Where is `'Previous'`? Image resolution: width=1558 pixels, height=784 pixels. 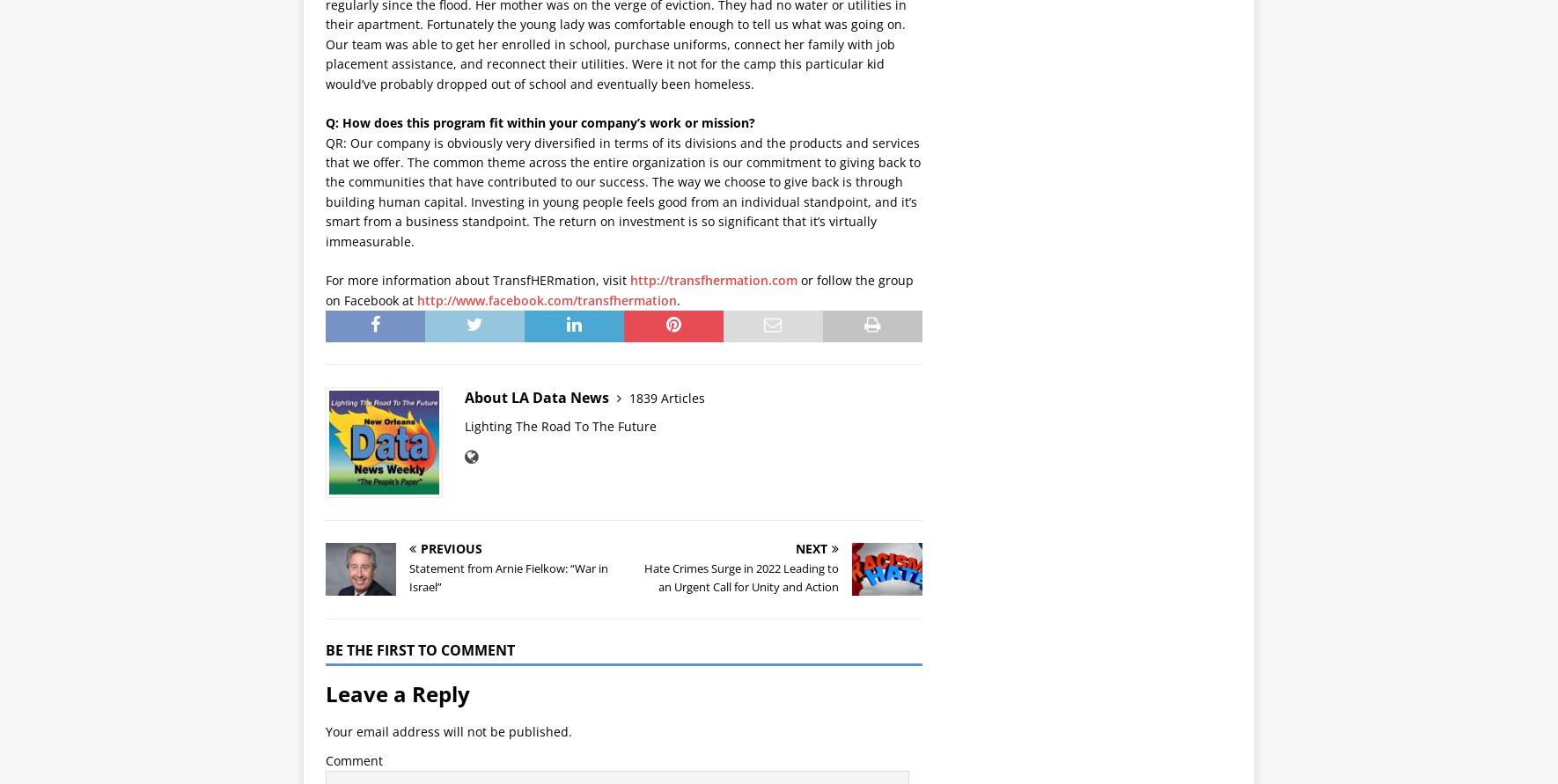 'Previous' is located at coordinates (451, 548).